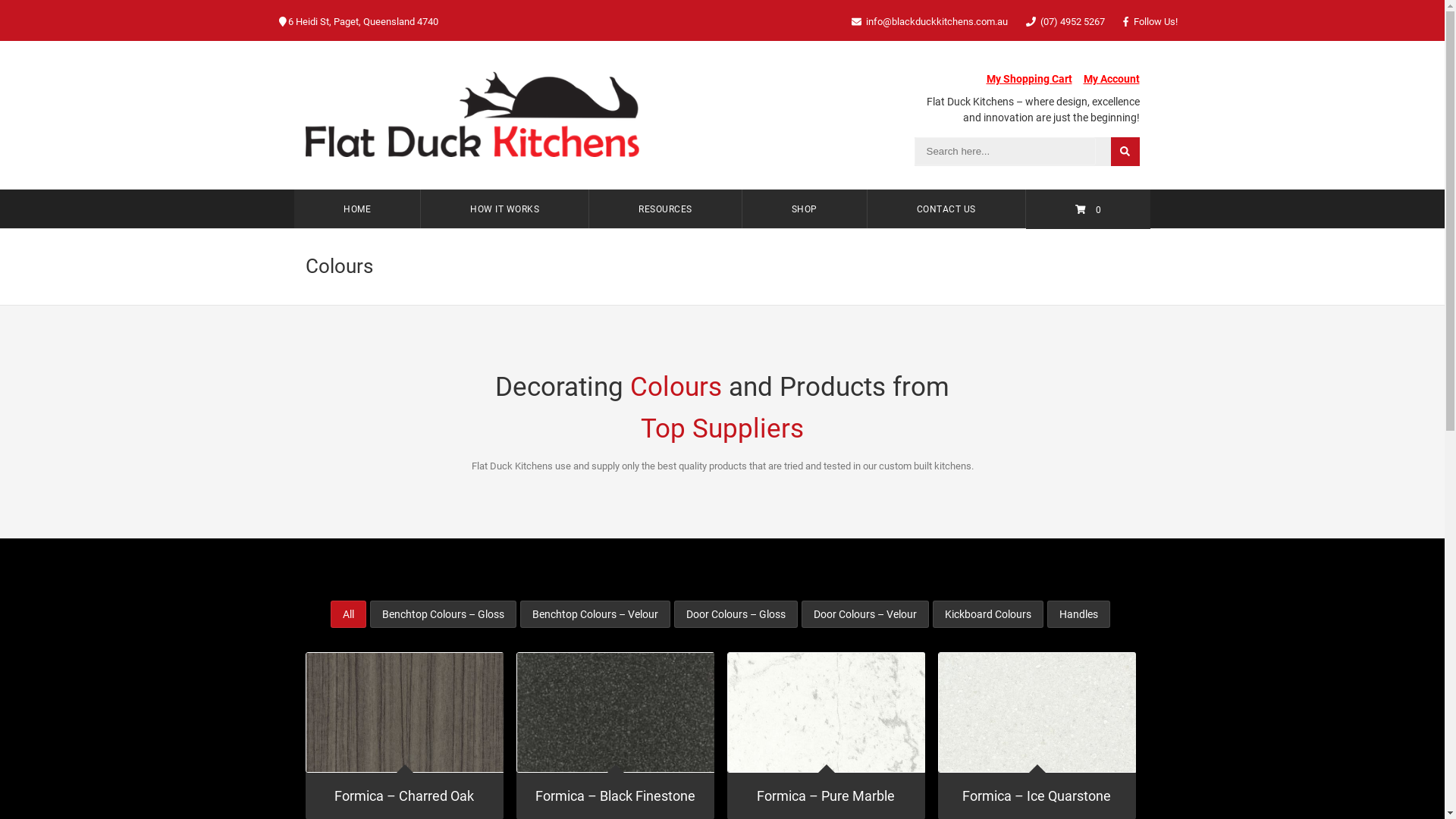  Describe the element at coordinates (803, 209) in the screenshot. I see `'SHOP'` at that location.